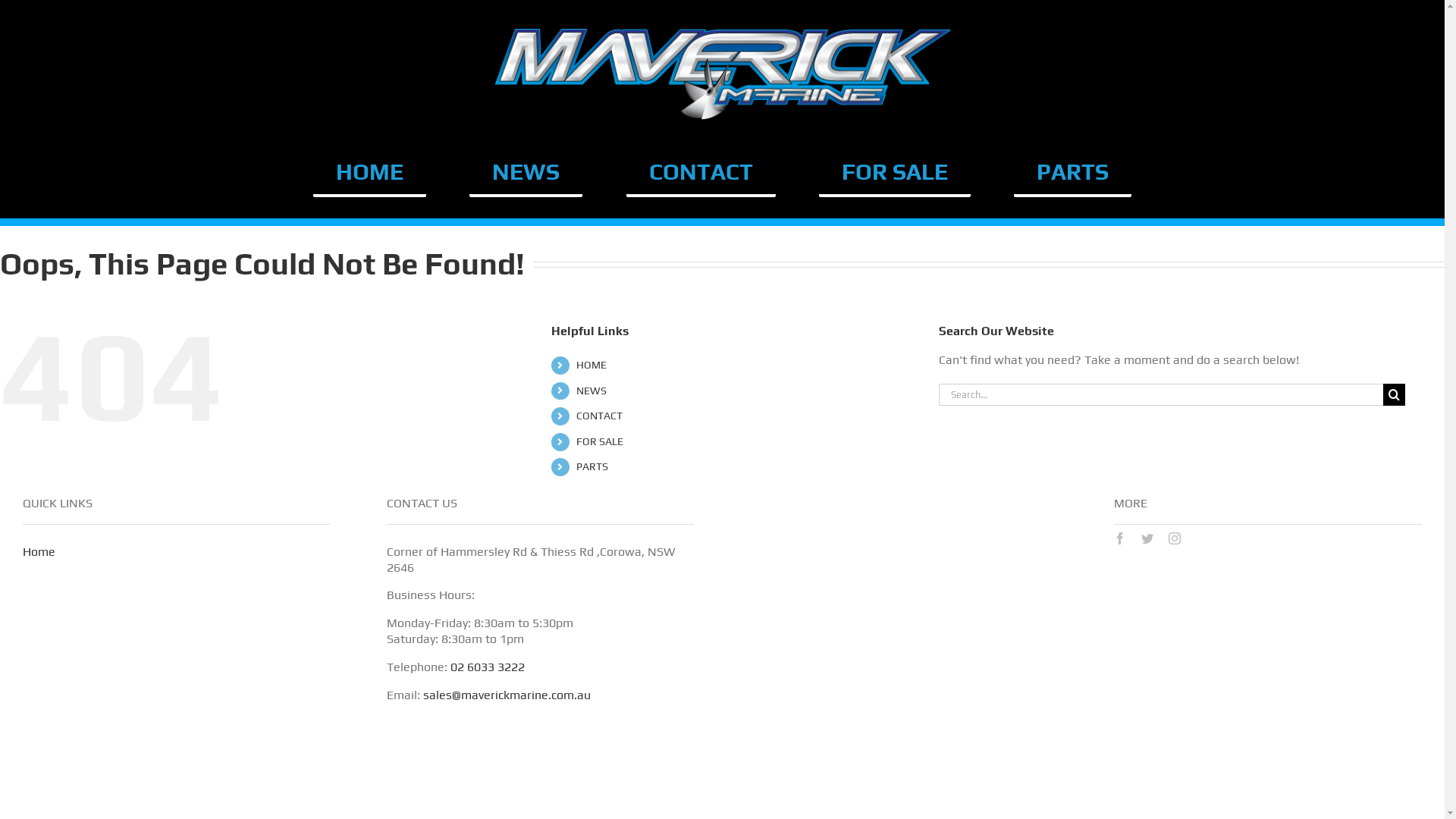  I want to click on 'HOME', so click(590, 365).